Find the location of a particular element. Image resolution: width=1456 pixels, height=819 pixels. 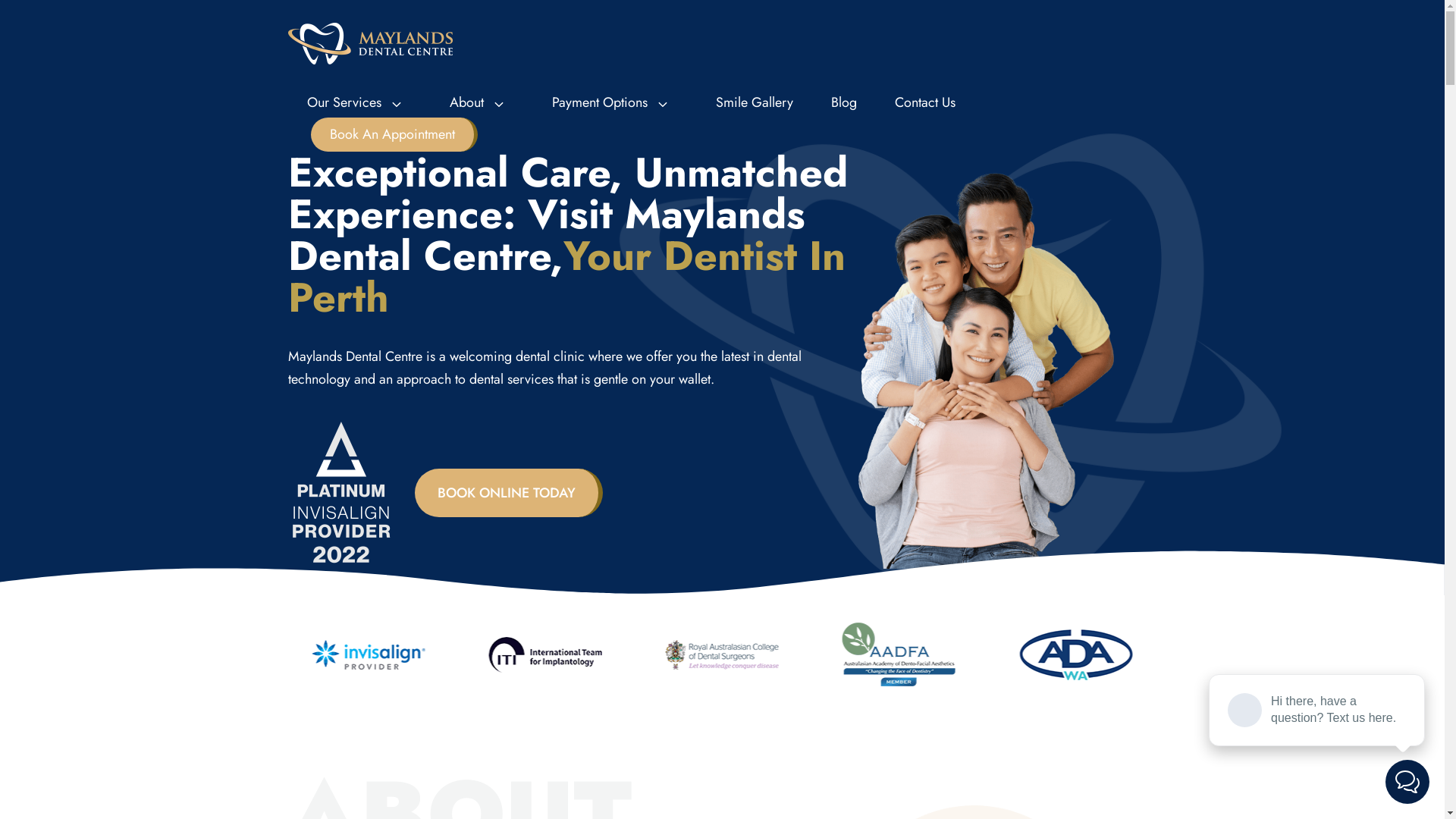

'Our Services' is located at coordinates (359, 102).